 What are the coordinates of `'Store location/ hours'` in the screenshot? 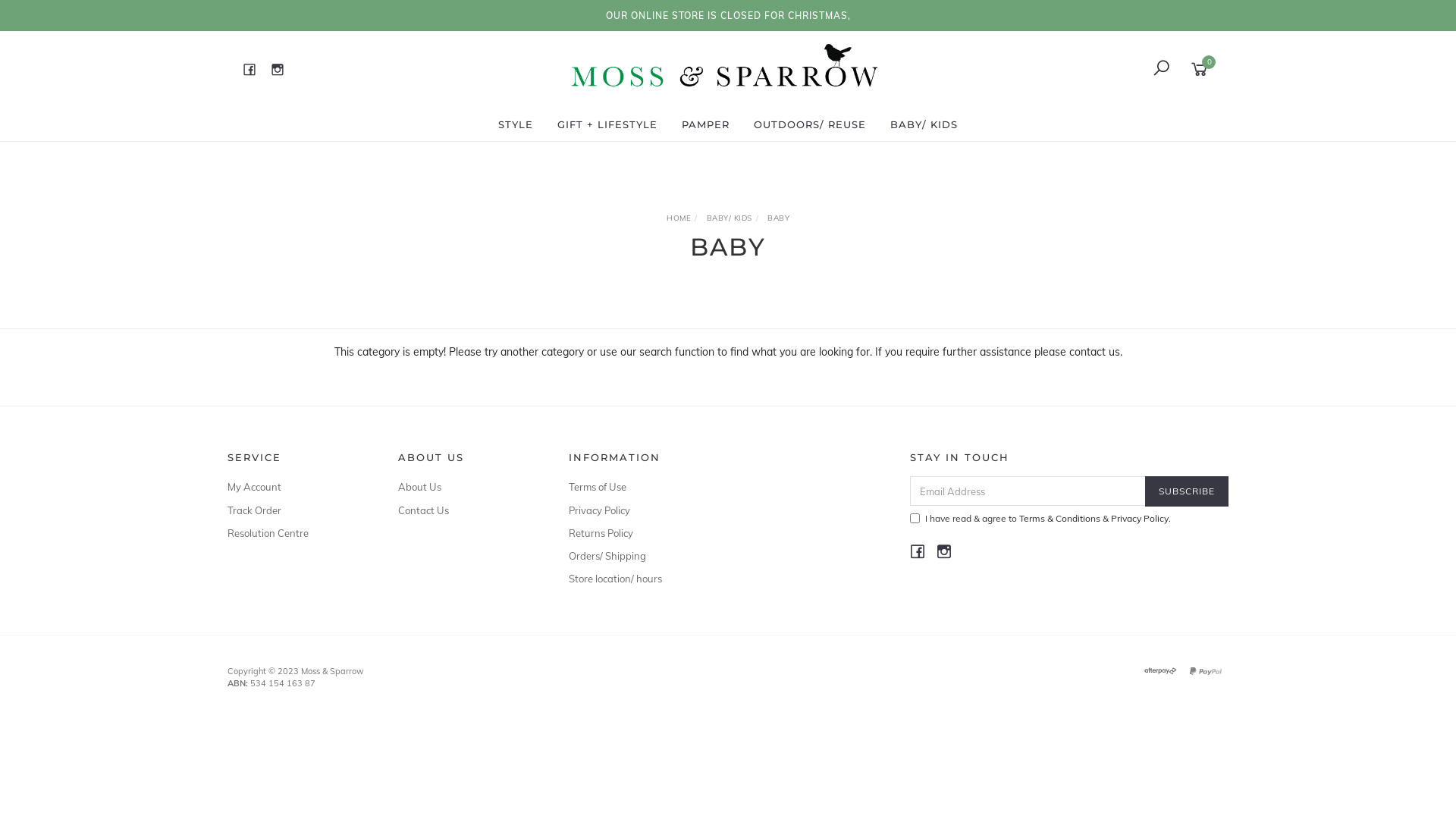 It's located at (637, 579).